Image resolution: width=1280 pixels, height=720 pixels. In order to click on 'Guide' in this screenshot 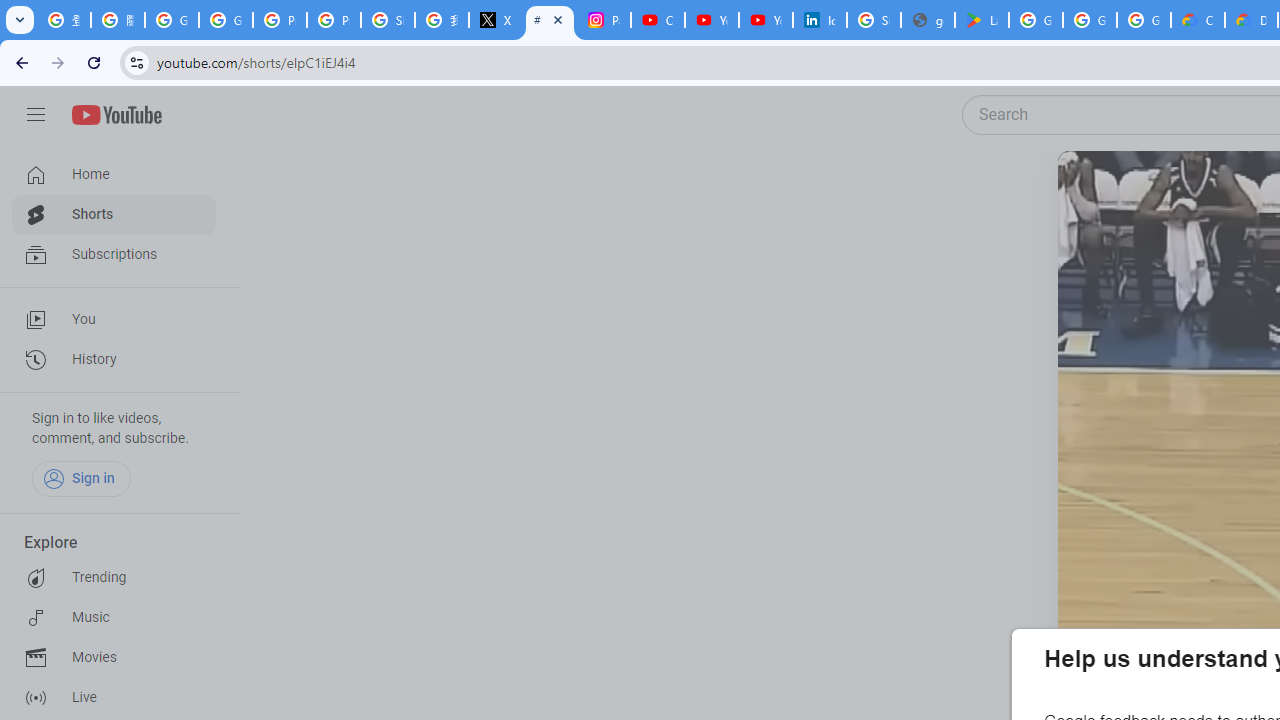, I will do `click(35, 115)`.